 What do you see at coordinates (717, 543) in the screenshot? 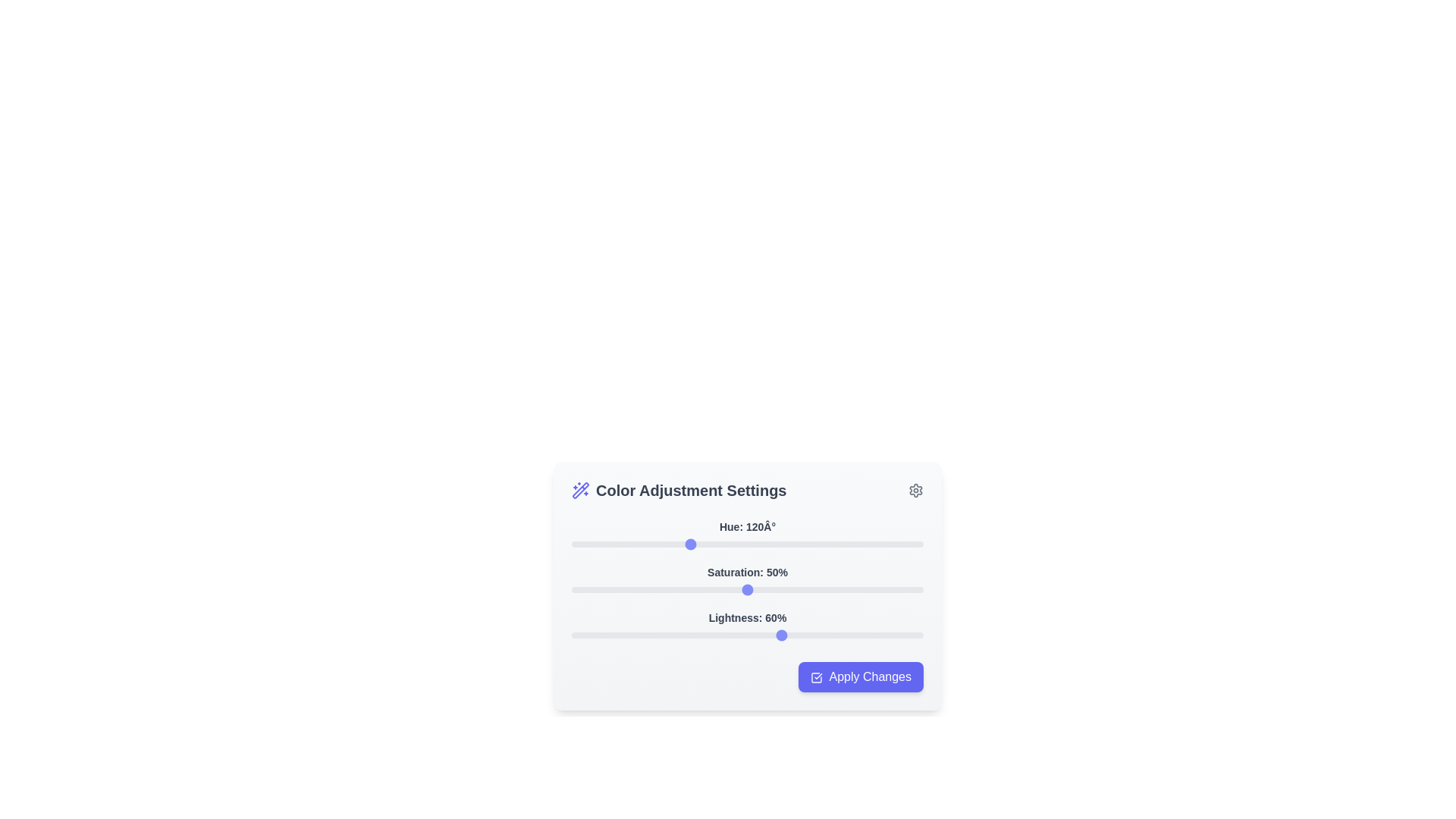
I see `hue` at bounding box center [717, 543].